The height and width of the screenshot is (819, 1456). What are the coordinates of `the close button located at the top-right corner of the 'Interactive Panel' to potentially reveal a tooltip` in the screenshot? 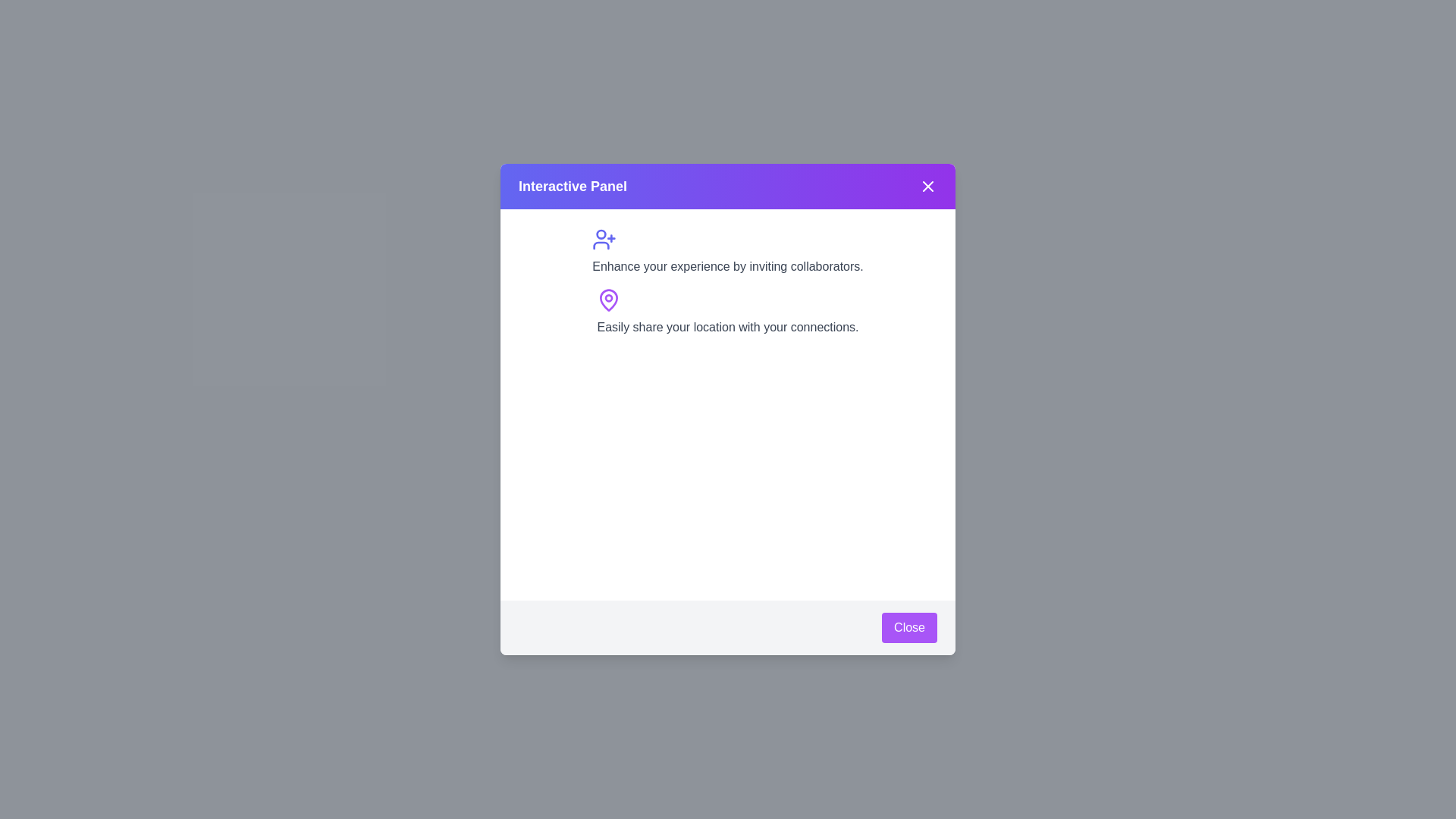 It's located at (927, 186).